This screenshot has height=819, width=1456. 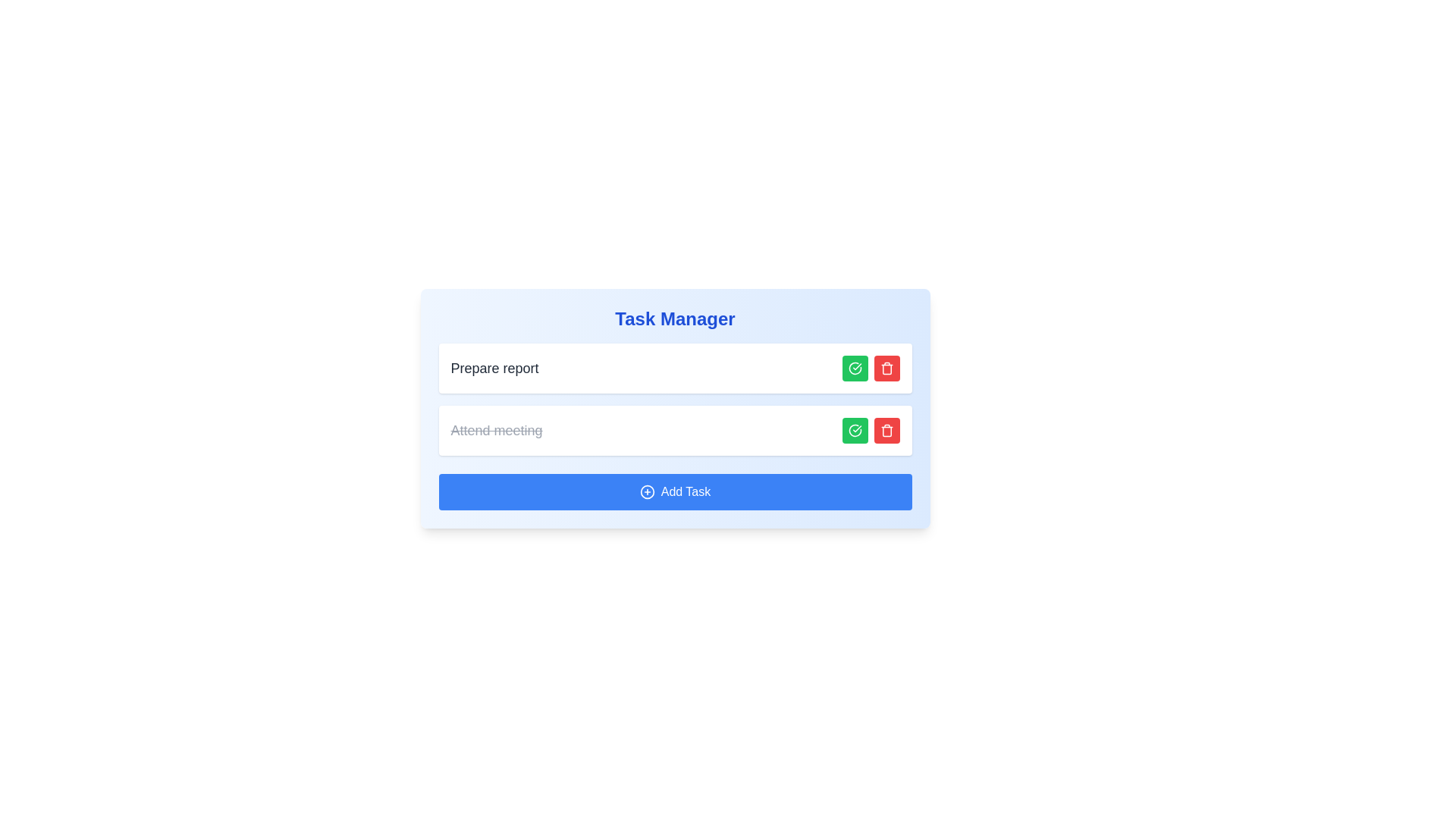 I want to click on the delete button with a trashcan icon located in the second task row of the task management interface, adjacent to the green checkmark button, so click(x=886, y=430).